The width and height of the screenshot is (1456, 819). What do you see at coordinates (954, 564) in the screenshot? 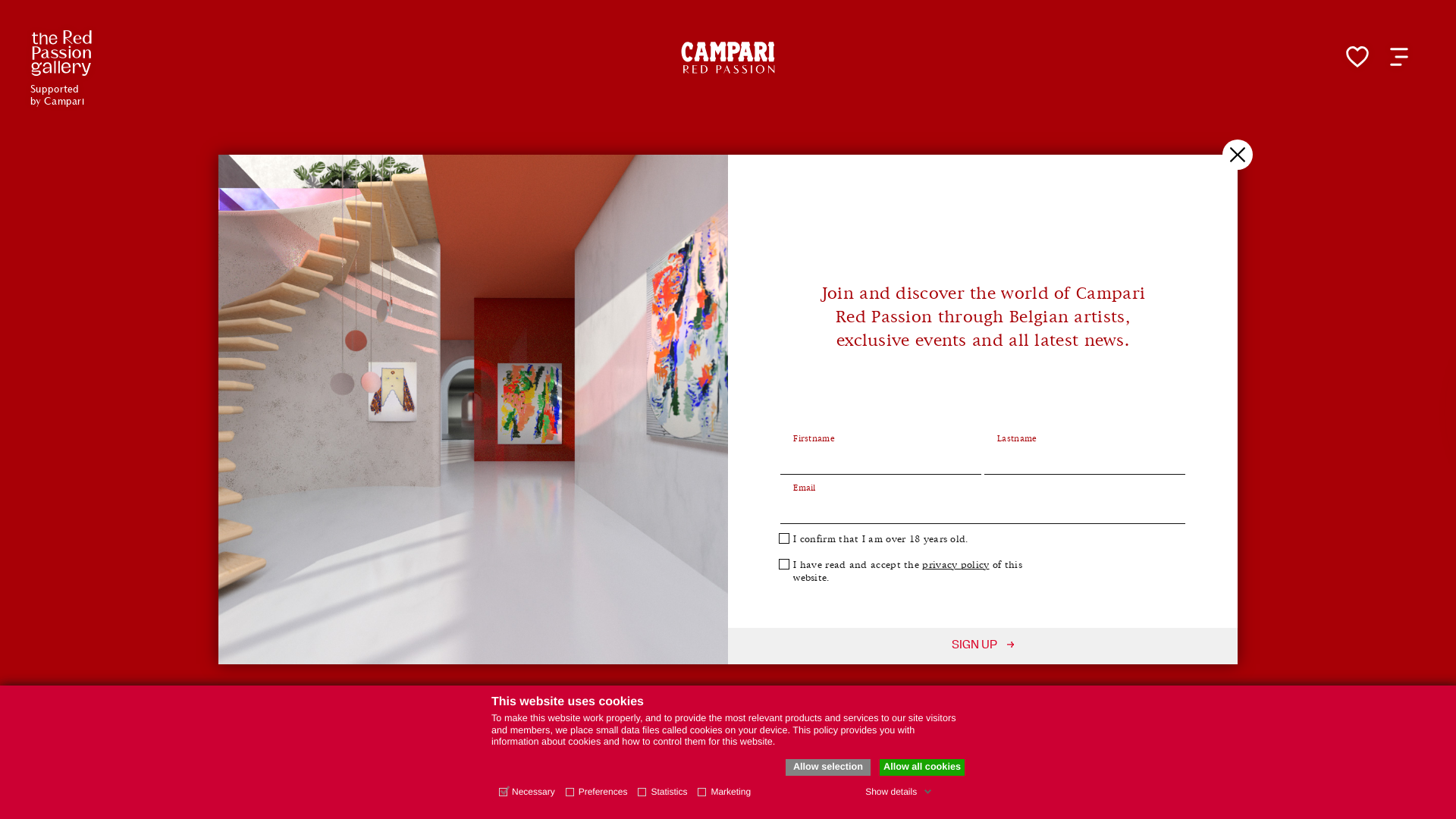
I see `'privacy policy'` at bounding box center [954, 564].